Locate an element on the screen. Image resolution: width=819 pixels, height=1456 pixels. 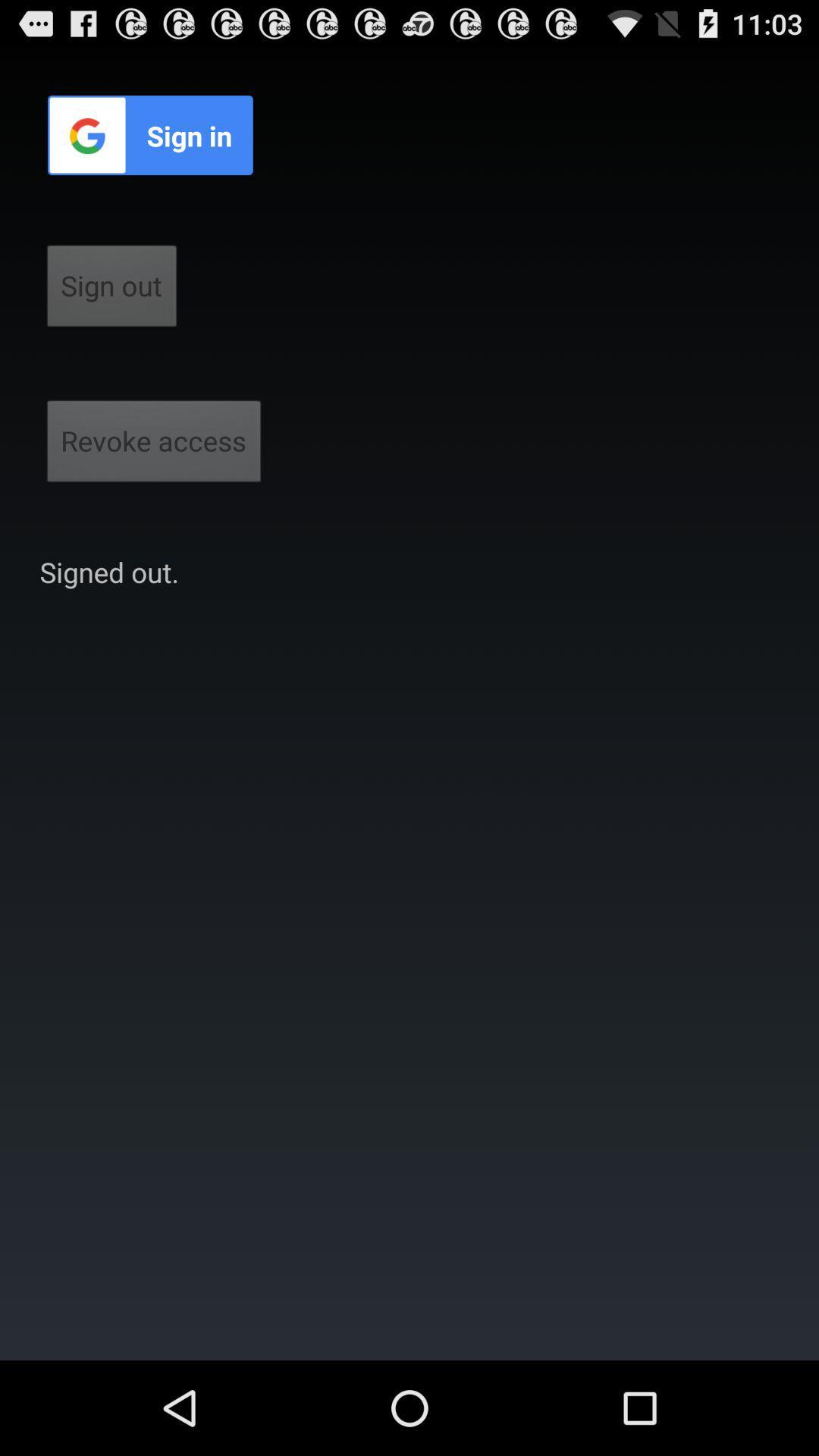
revoke access icon is located at coordinates (154, 445).